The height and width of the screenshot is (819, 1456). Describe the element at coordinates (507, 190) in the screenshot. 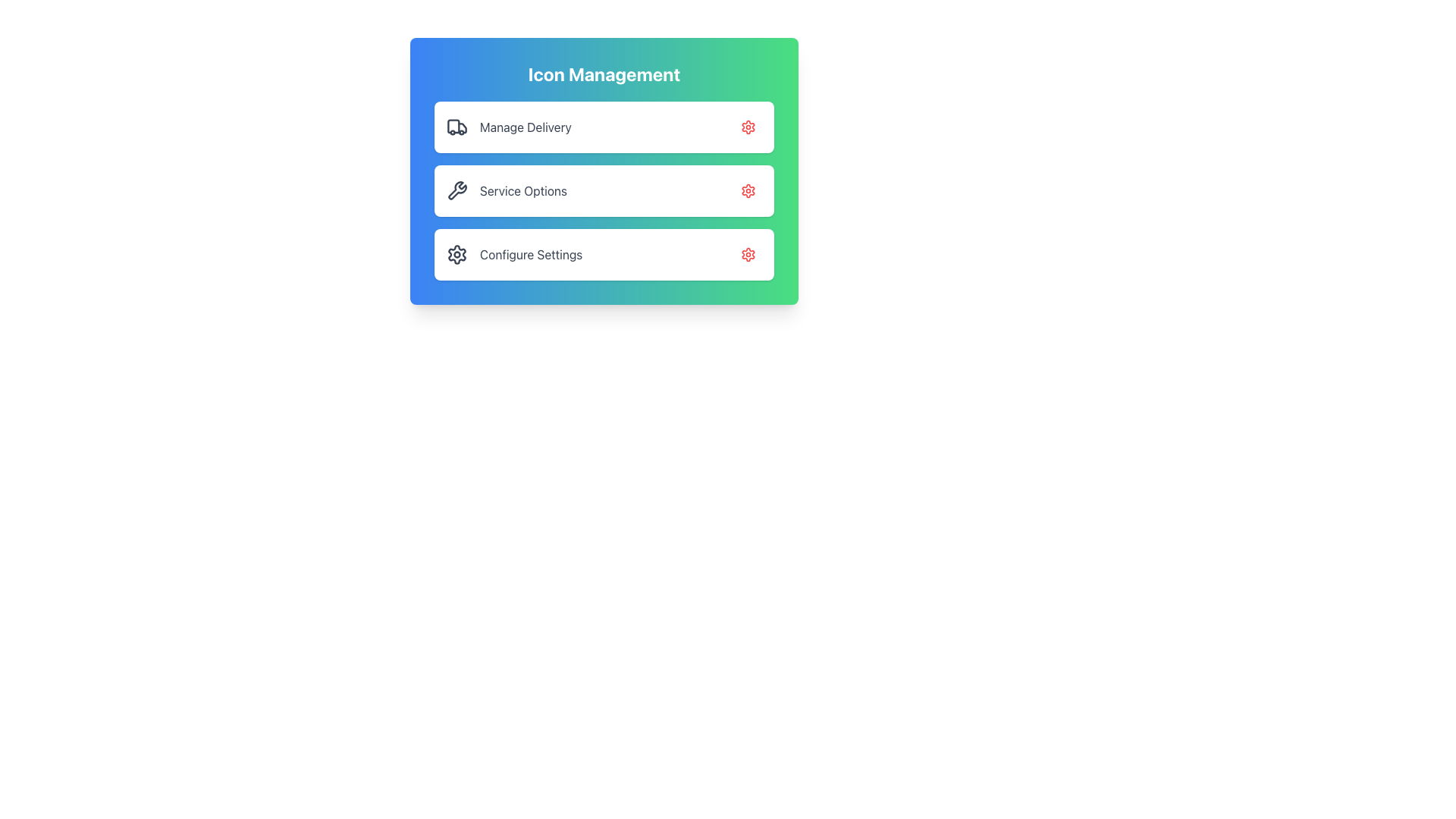

I see `the 'Service Options' label next to the wrench icon, which is the second item in the vertically stacked options inside the rectangular card` at that location.